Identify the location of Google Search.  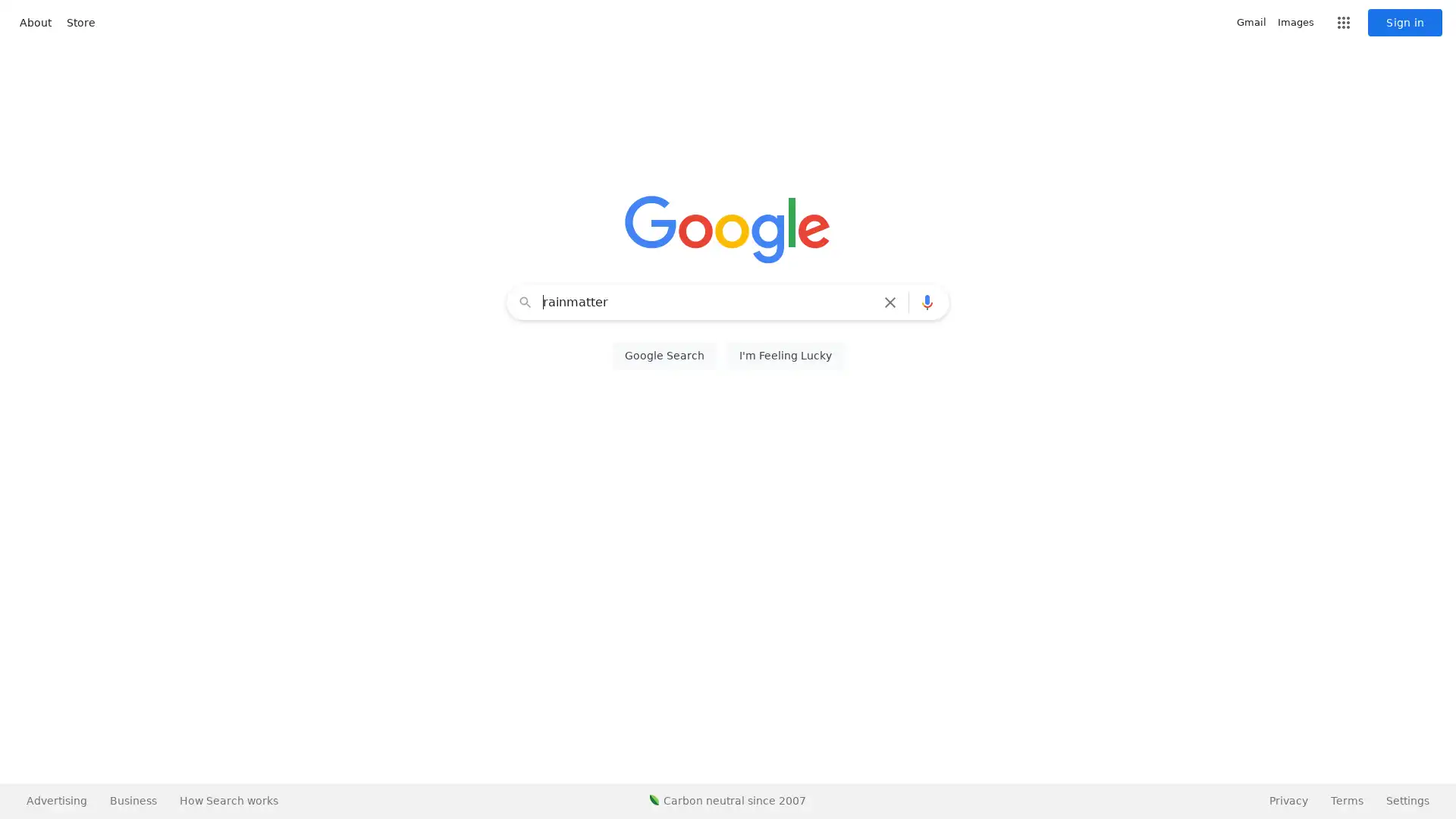
(664, 356).